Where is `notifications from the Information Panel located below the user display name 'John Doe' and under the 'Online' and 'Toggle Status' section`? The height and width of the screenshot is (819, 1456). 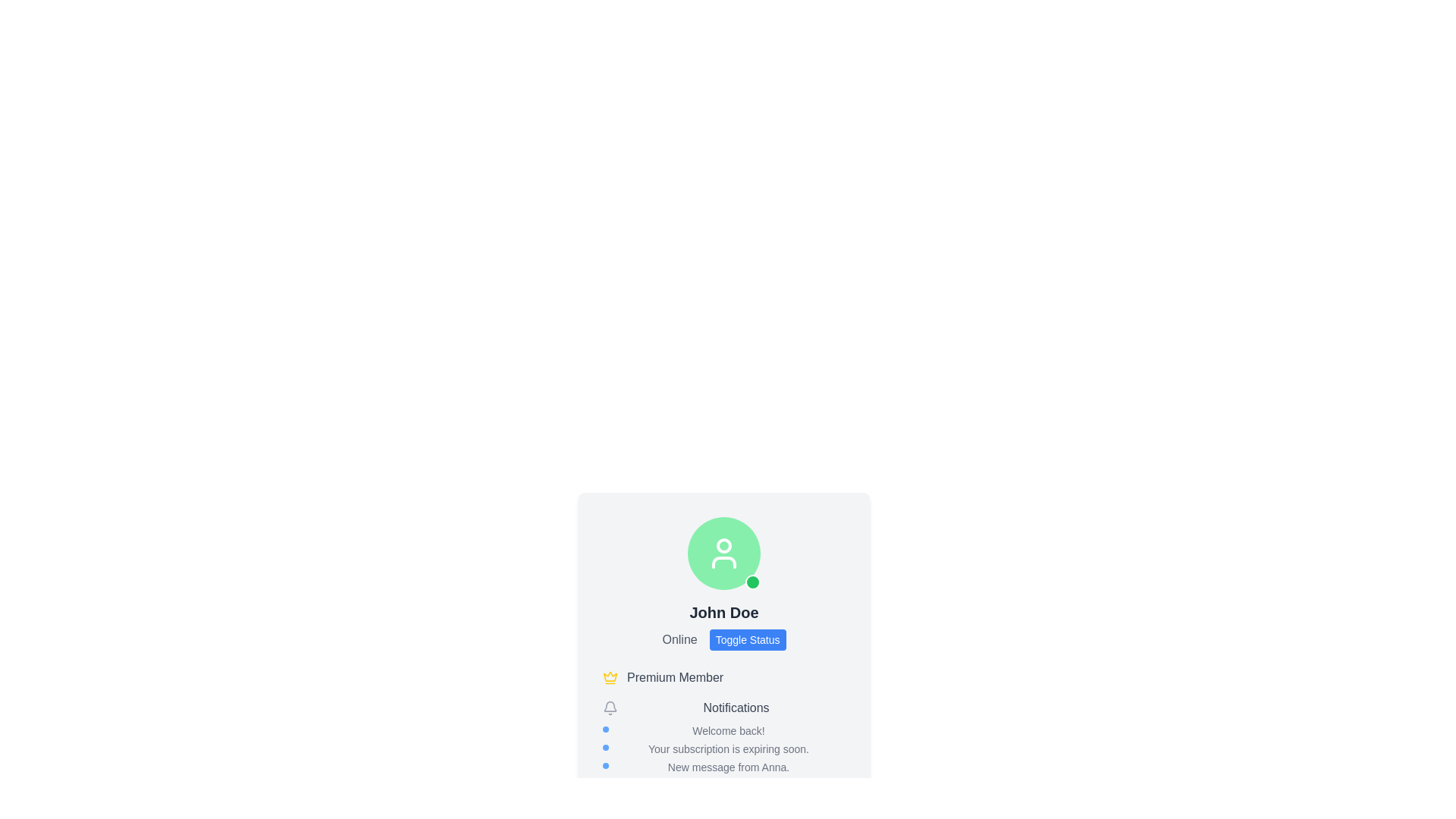 notifications from the Information Panel located below the user display name 'John Doe' and under the 'Online' and 'Toggle Status' section is located at coordinates (723, 721).